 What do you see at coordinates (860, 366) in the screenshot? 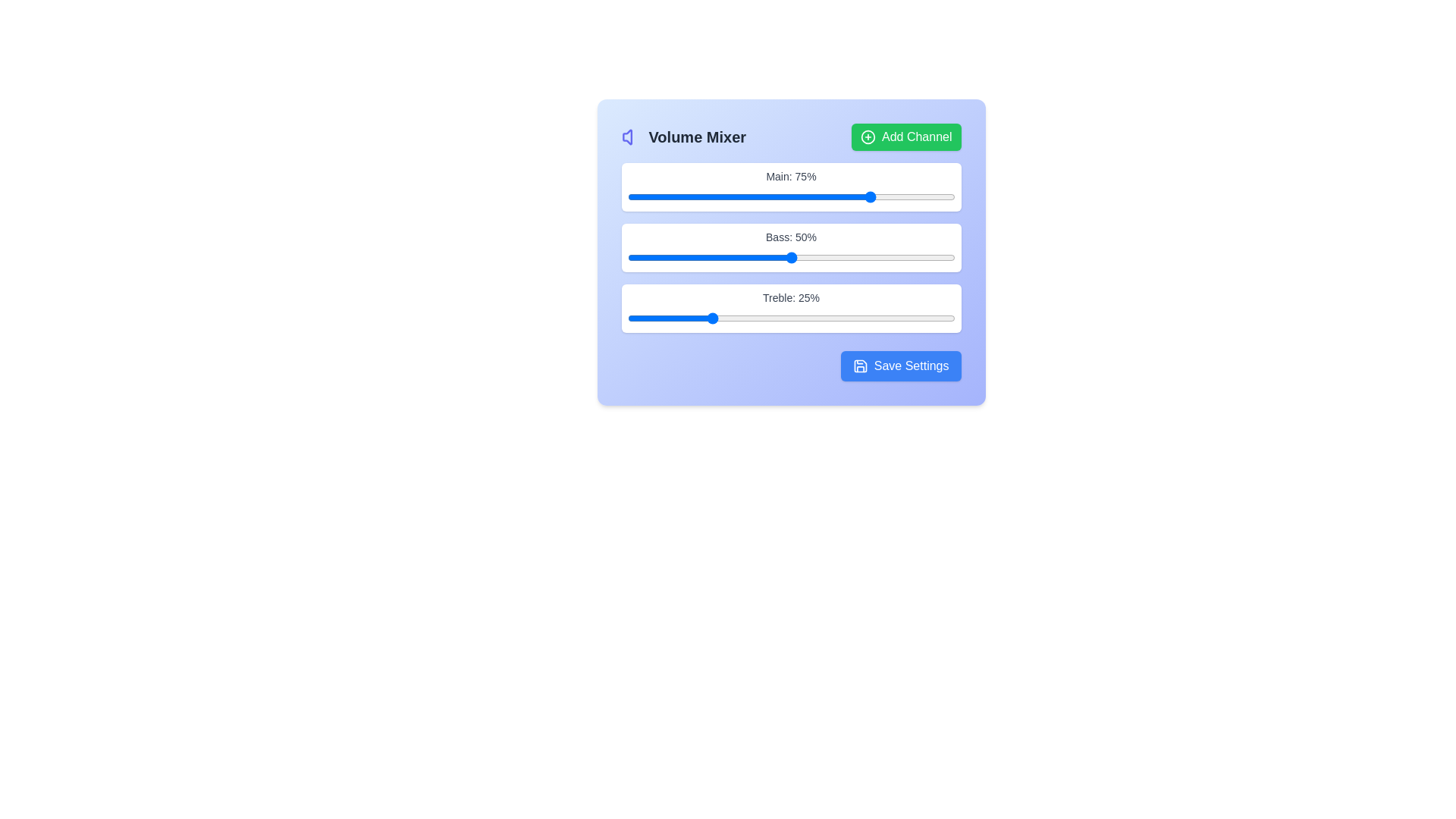
I see `the save icon within the 'Save Settings' button located at the bottom-right of the settings card` at bounding box center [860, 366].